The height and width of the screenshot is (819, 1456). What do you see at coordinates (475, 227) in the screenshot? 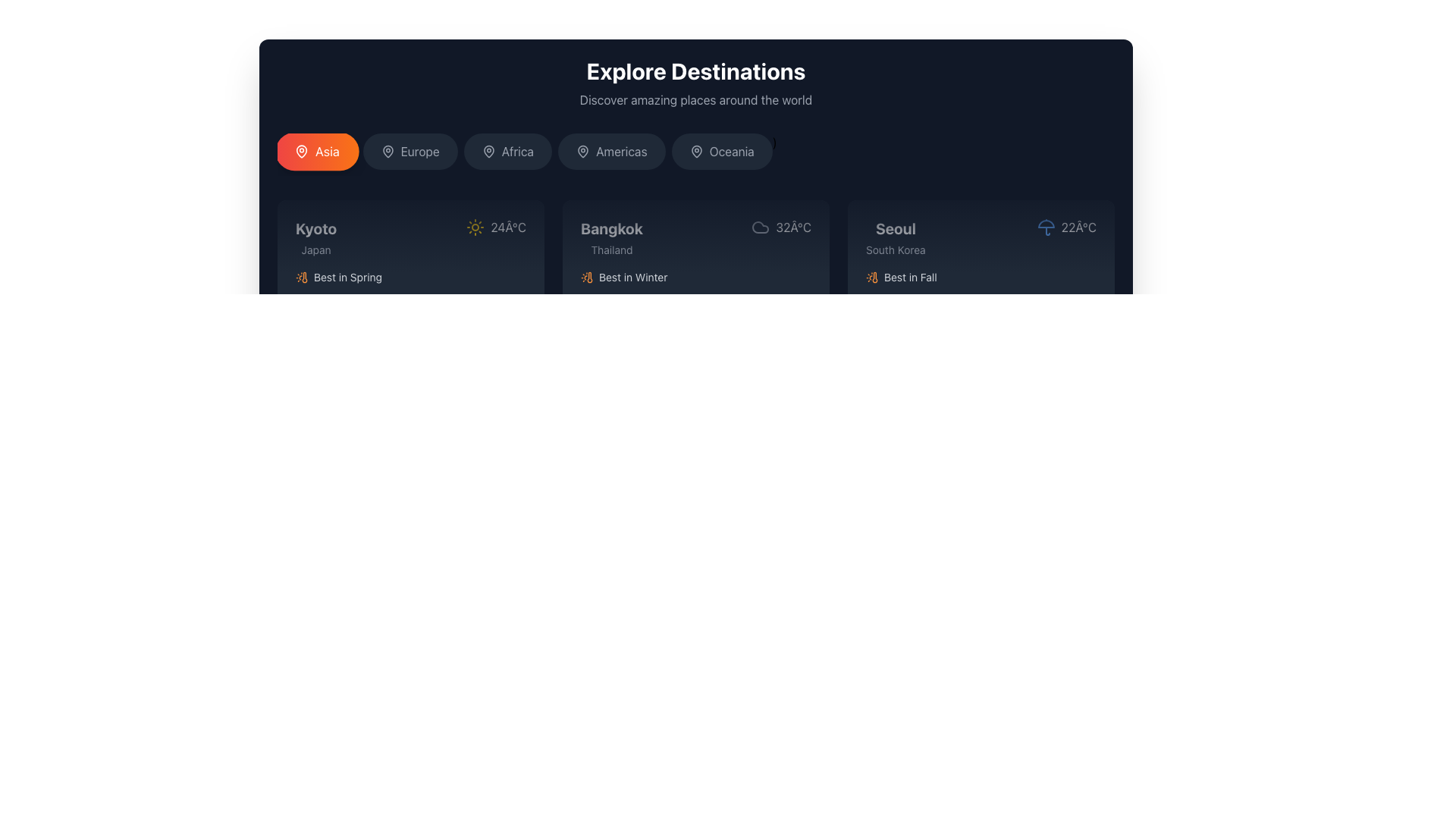
I see `the sun icon, which is a stylistic graphic with rays extending outward, located to the left of the '24°C' temperature in the weather card` at bounding box center [475, 227].